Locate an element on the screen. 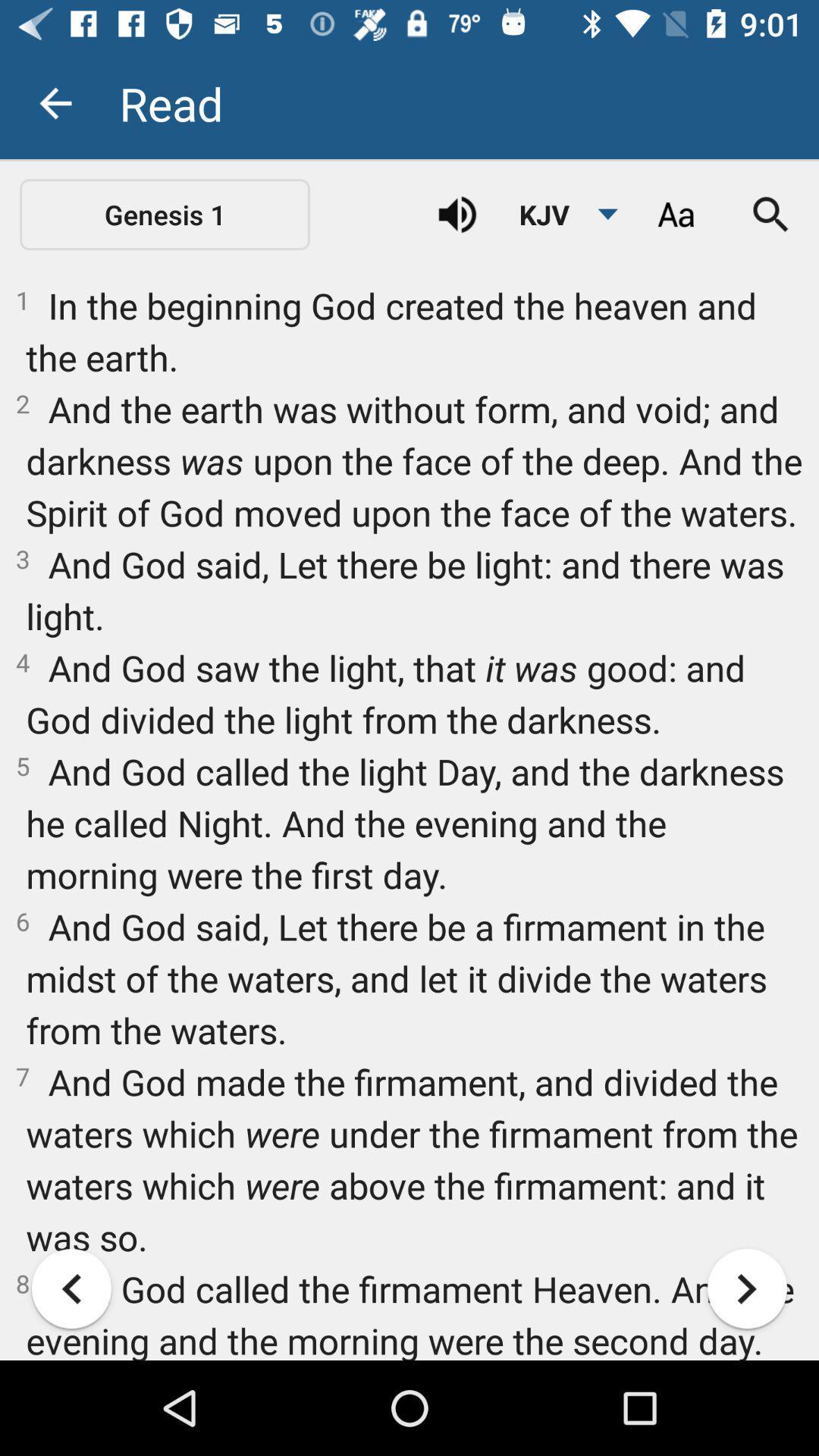  genesis 1 icon is located at coordinates (165, 214).